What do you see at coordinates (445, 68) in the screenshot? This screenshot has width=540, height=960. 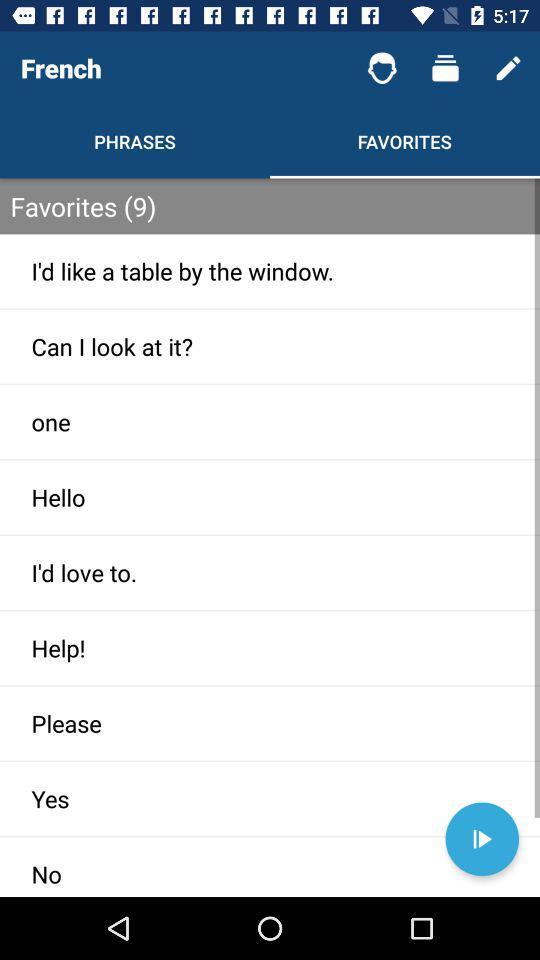 I see `the icon above favorites icon` at bounding box center [445, 68].